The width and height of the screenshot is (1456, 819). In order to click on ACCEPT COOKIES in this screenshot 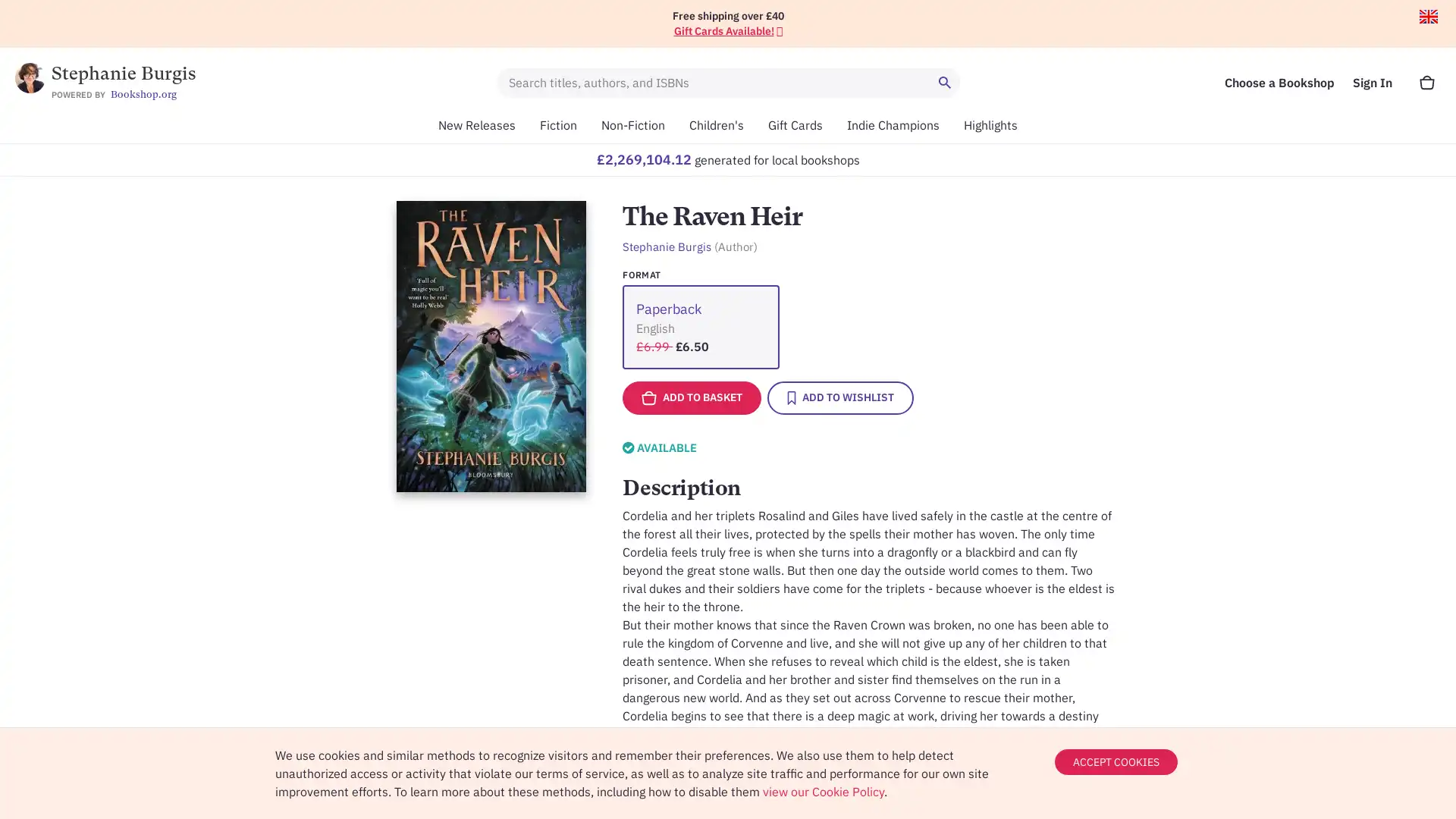, I will do `click(1115, 761)`.